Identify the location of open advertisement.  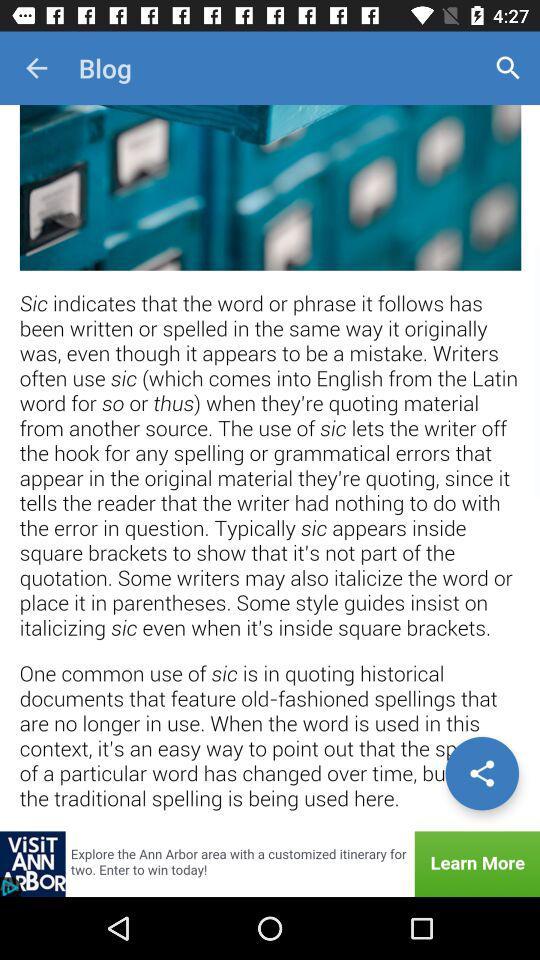
(270, 863).